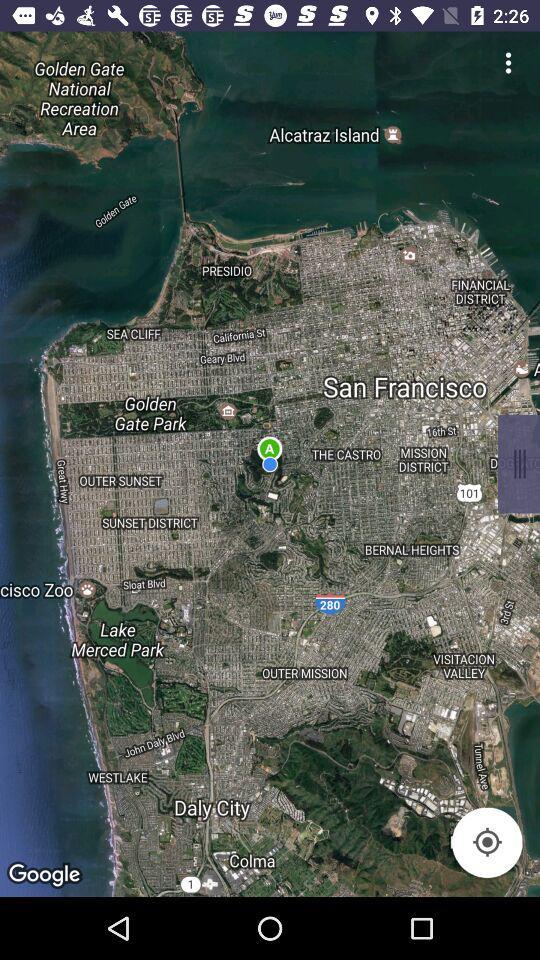 Image resolution: width=540 pixels, height=960 pixels. I want to click on settings, so click(508, 62).